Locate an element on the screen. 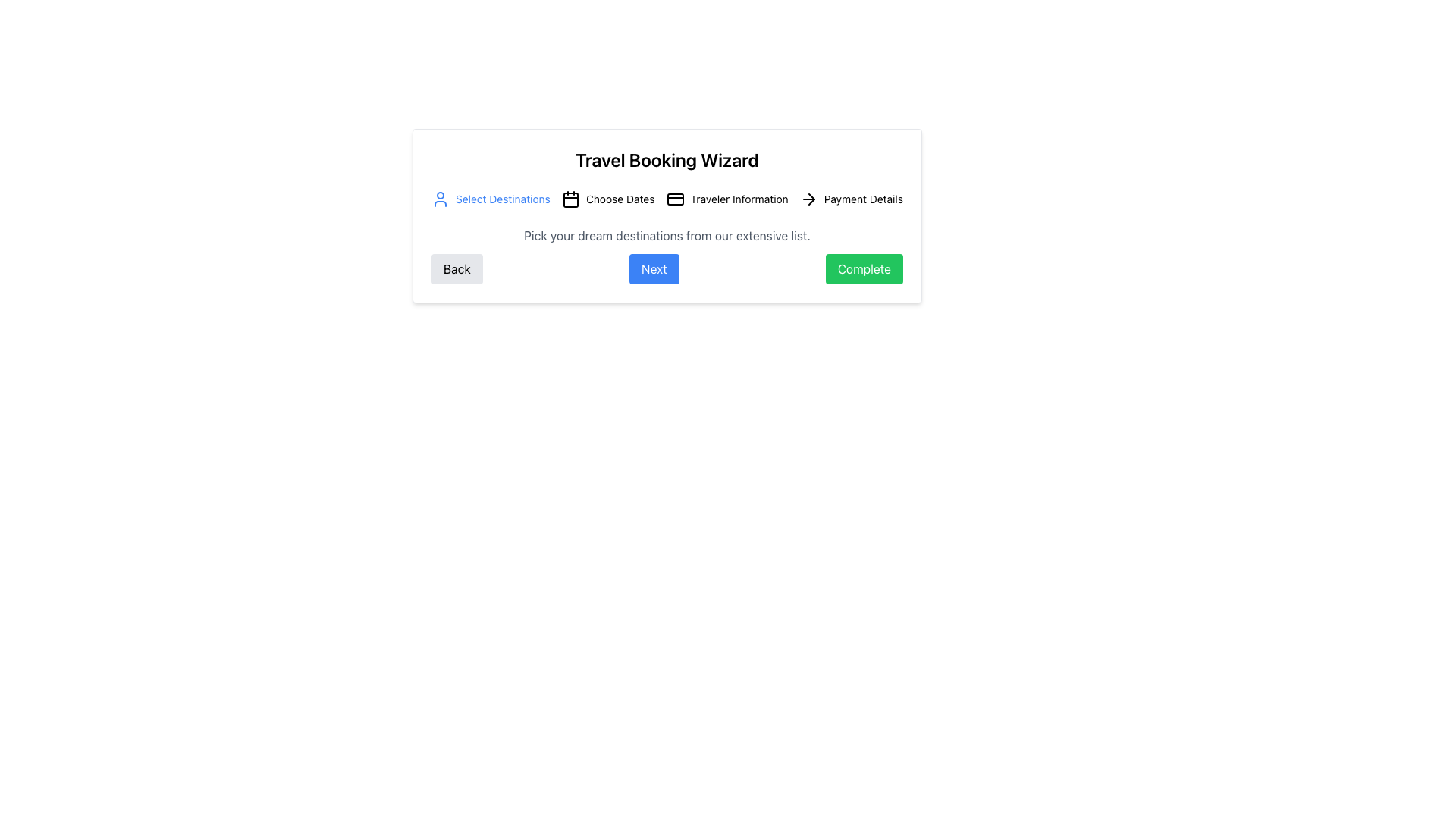 The height and width of the screenshot is (819, 1456). the 'Choose Dates' label, which is the second navigation label in the sequence is located at coordinates (608, 198).